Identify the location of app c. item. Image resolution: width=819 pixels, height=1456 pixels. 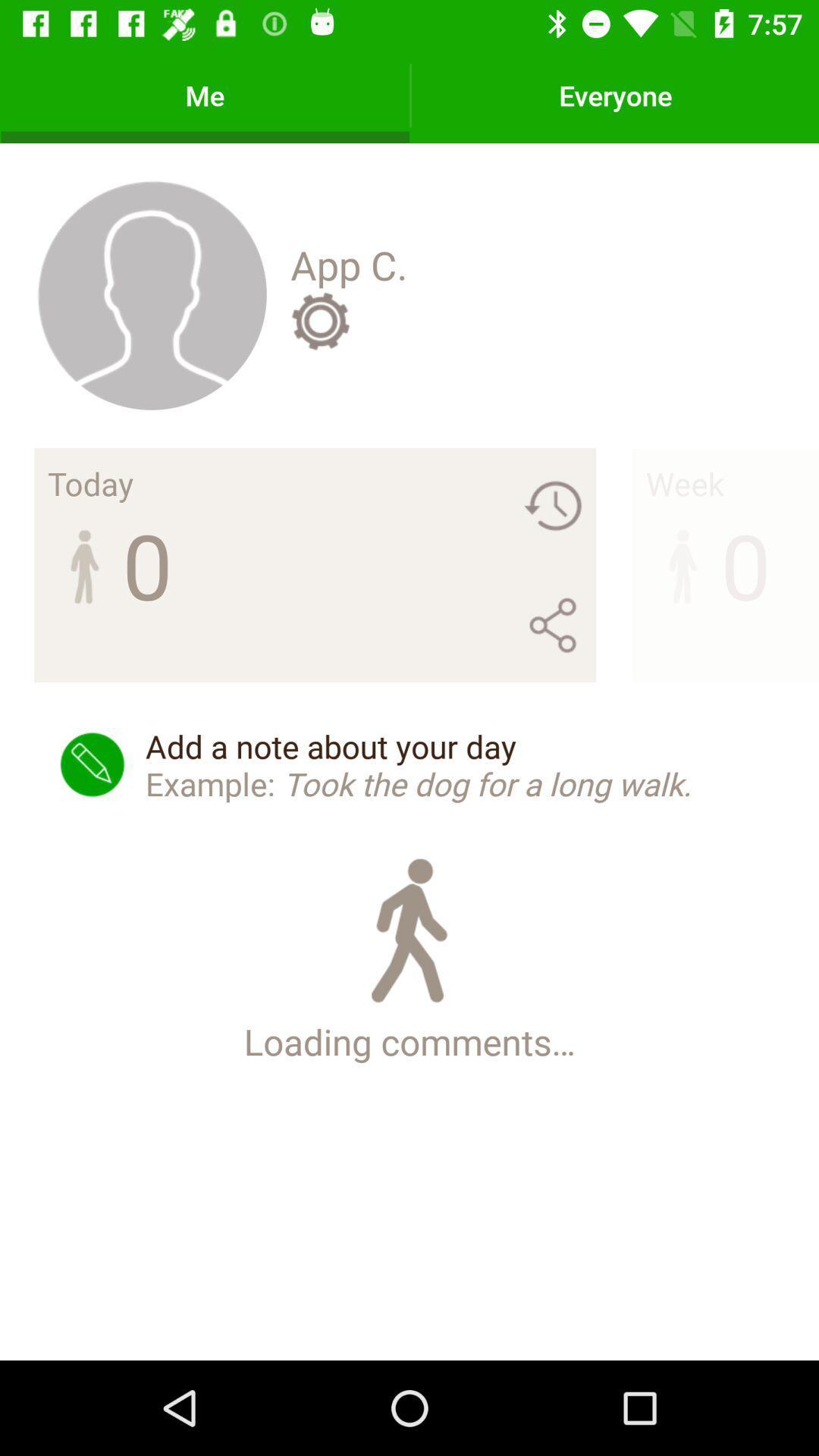
(349, 265).